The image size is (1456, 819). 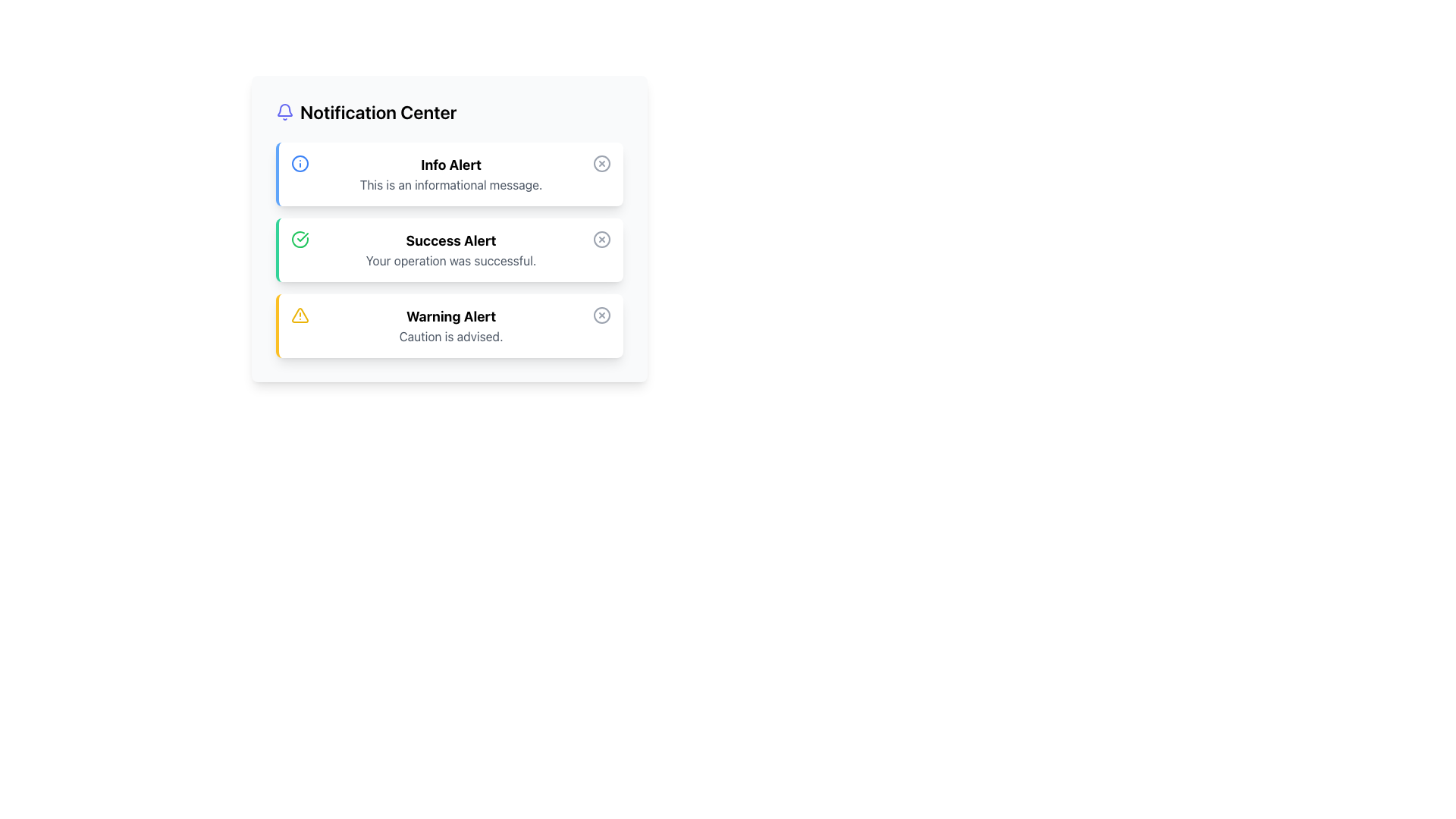 What do you see at coordinates (450, 315) in the screenshot?
I see `text of the title or header of the warning notification card, which is the third card in the list below 'Info Alert' and 'Success Alert'` at bounding box center [450, 315].